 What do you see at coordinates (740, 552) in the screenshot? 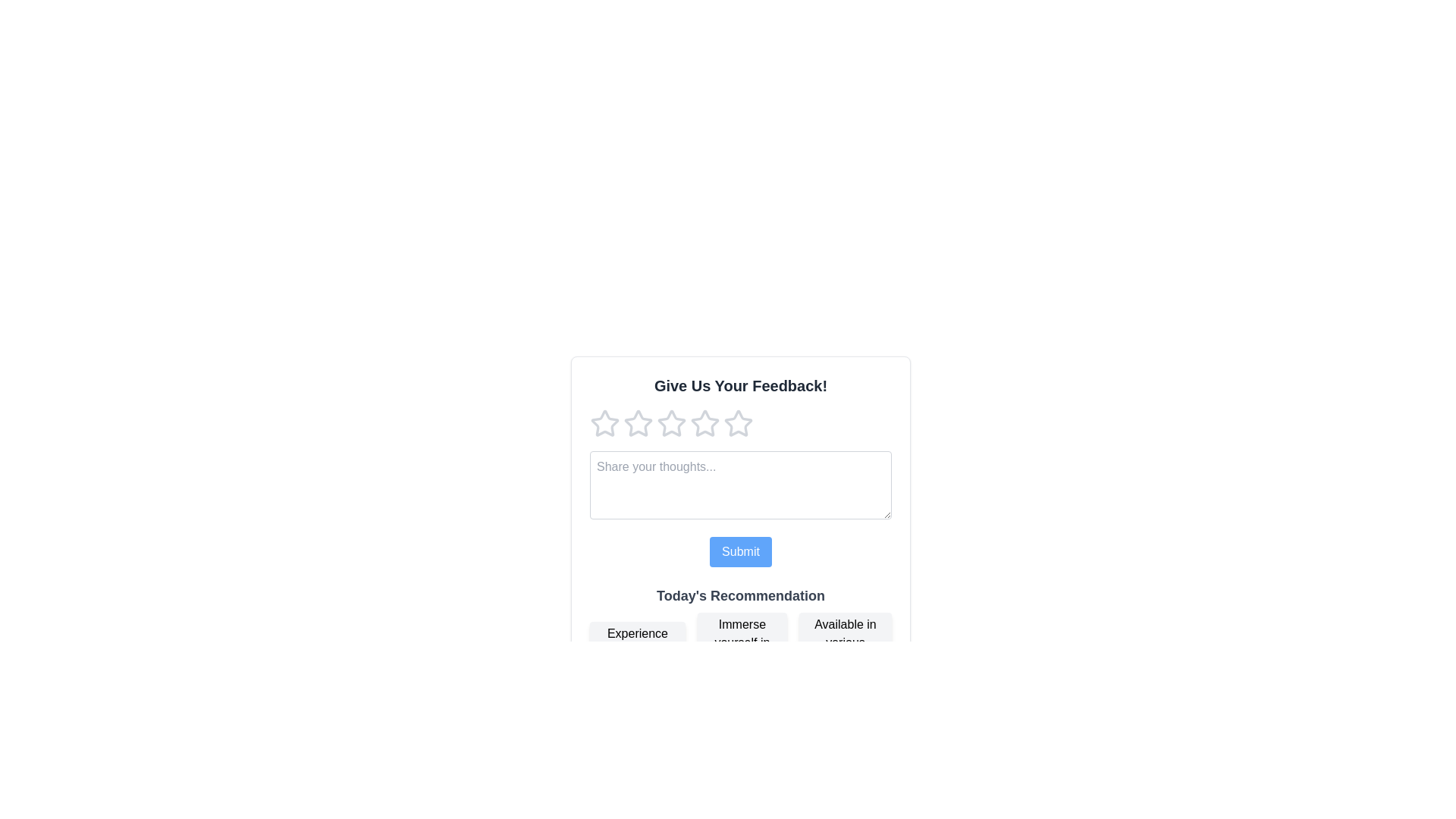
I see `the submit button located beneath the 'Share your thoughts...' text area in the feedback form` at bounding box center [740, 552].